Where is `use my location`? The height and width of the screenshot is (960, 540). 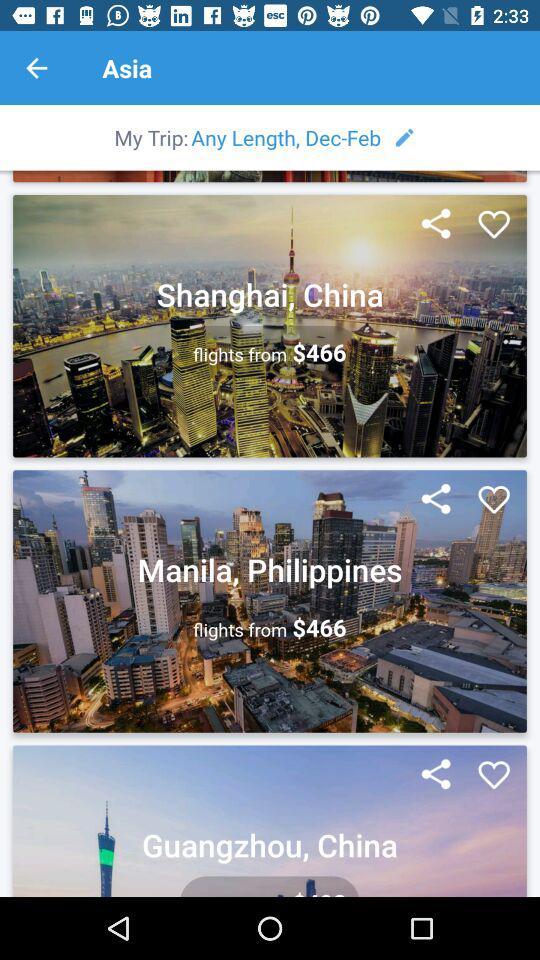
use my location is located at coordinates (435, 499).